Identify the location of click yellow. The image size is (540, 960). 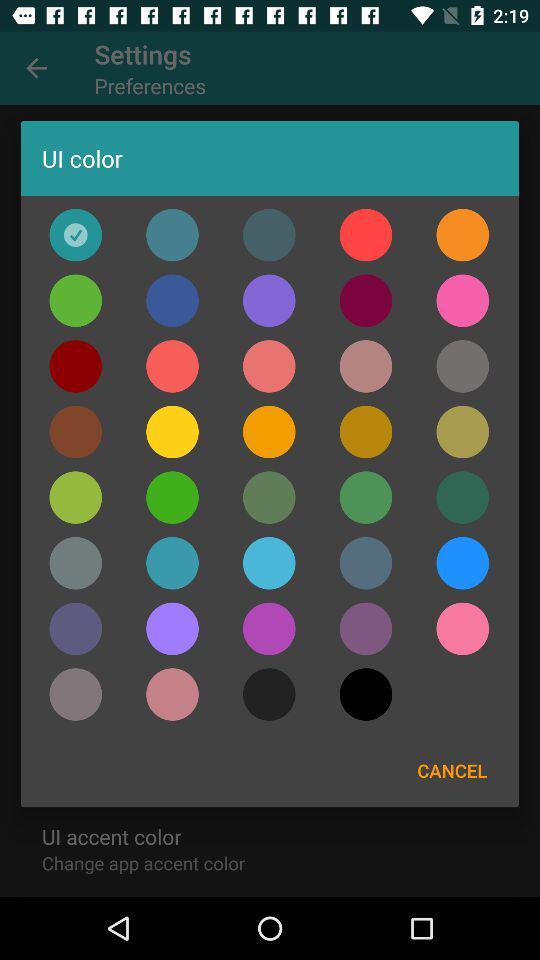
(172, 432).